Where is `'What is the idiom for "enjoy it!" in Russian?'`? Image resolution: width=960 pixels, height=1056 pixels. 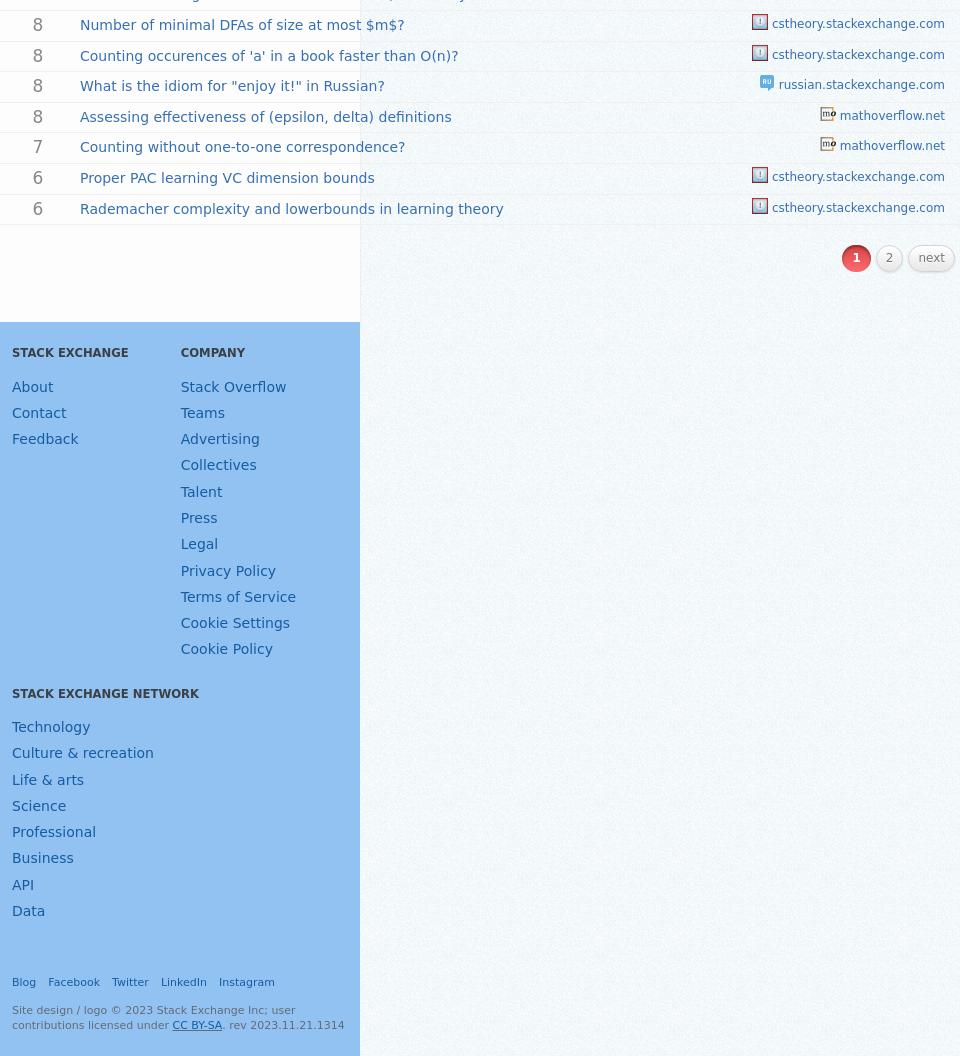
'What is the idiom for "enjoy it!" in Russian?' is located at coordinates (232, 84).